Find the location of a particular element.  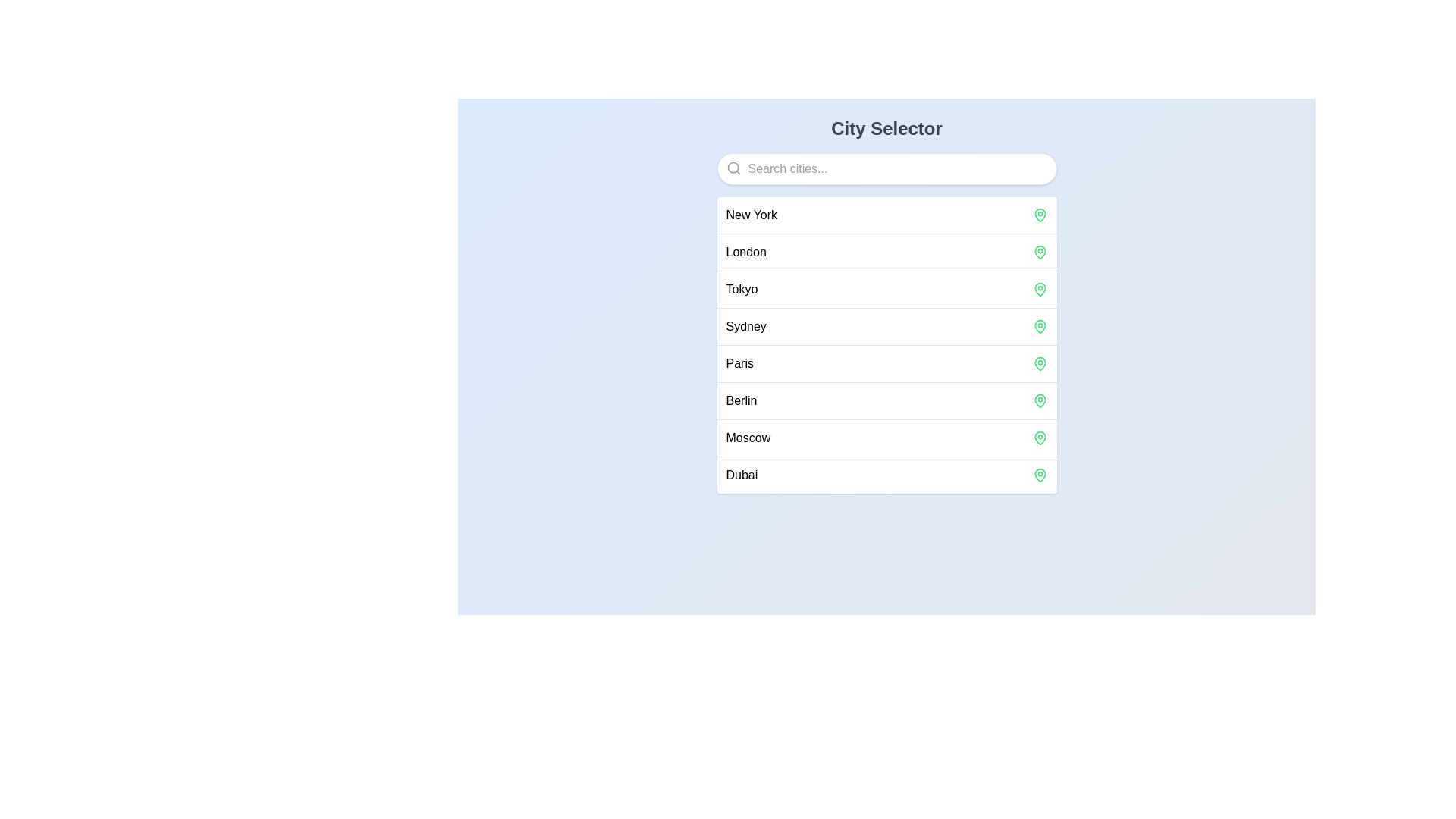

the text label representing the fourth city in the city selector, which is positioned below 'Tokyo' and above 'Paris' is located at coordinates (746, 326).